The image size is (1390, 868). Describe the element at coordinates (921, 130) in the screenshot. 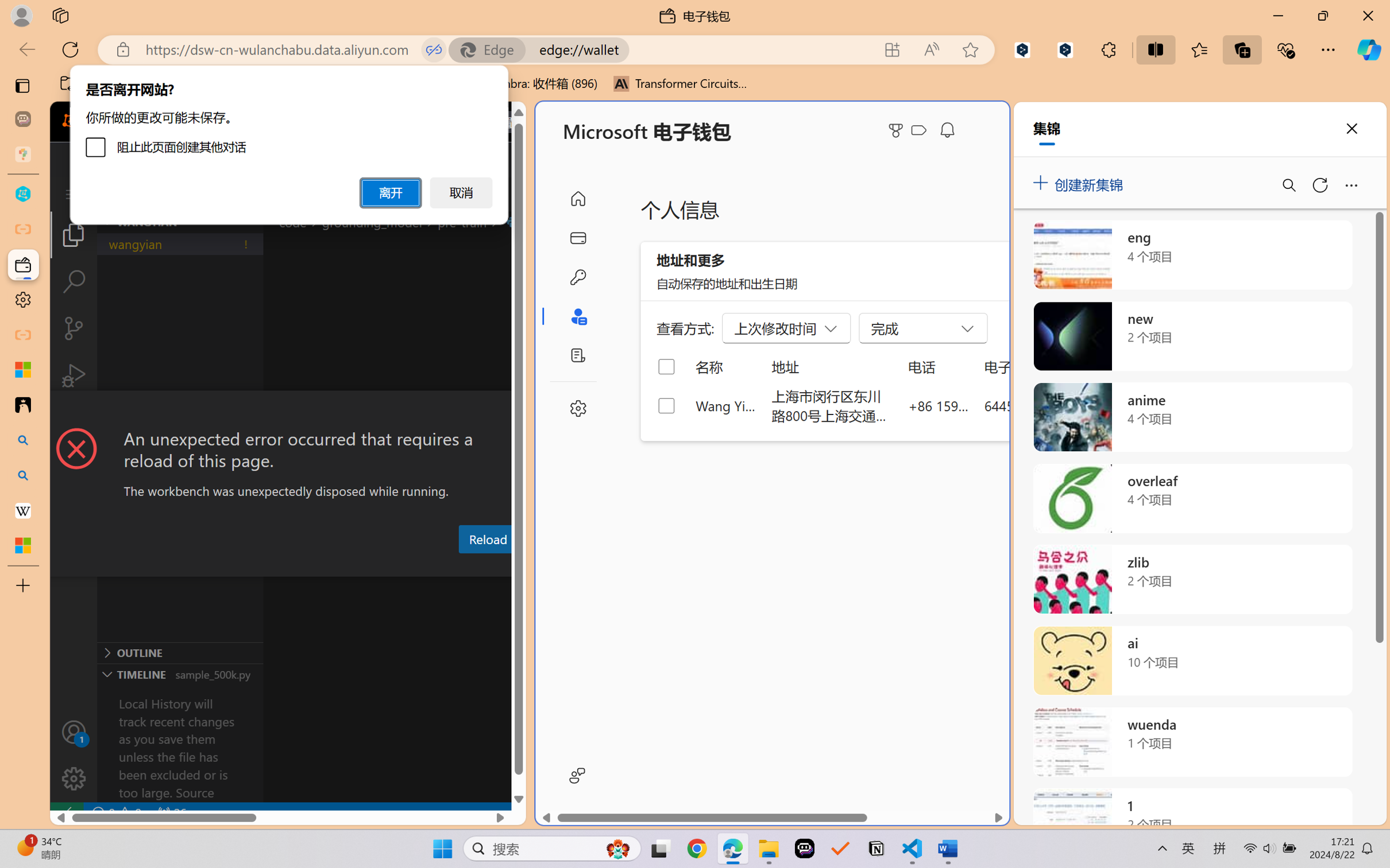

I see `'Microsoft Cashback'` at that location.